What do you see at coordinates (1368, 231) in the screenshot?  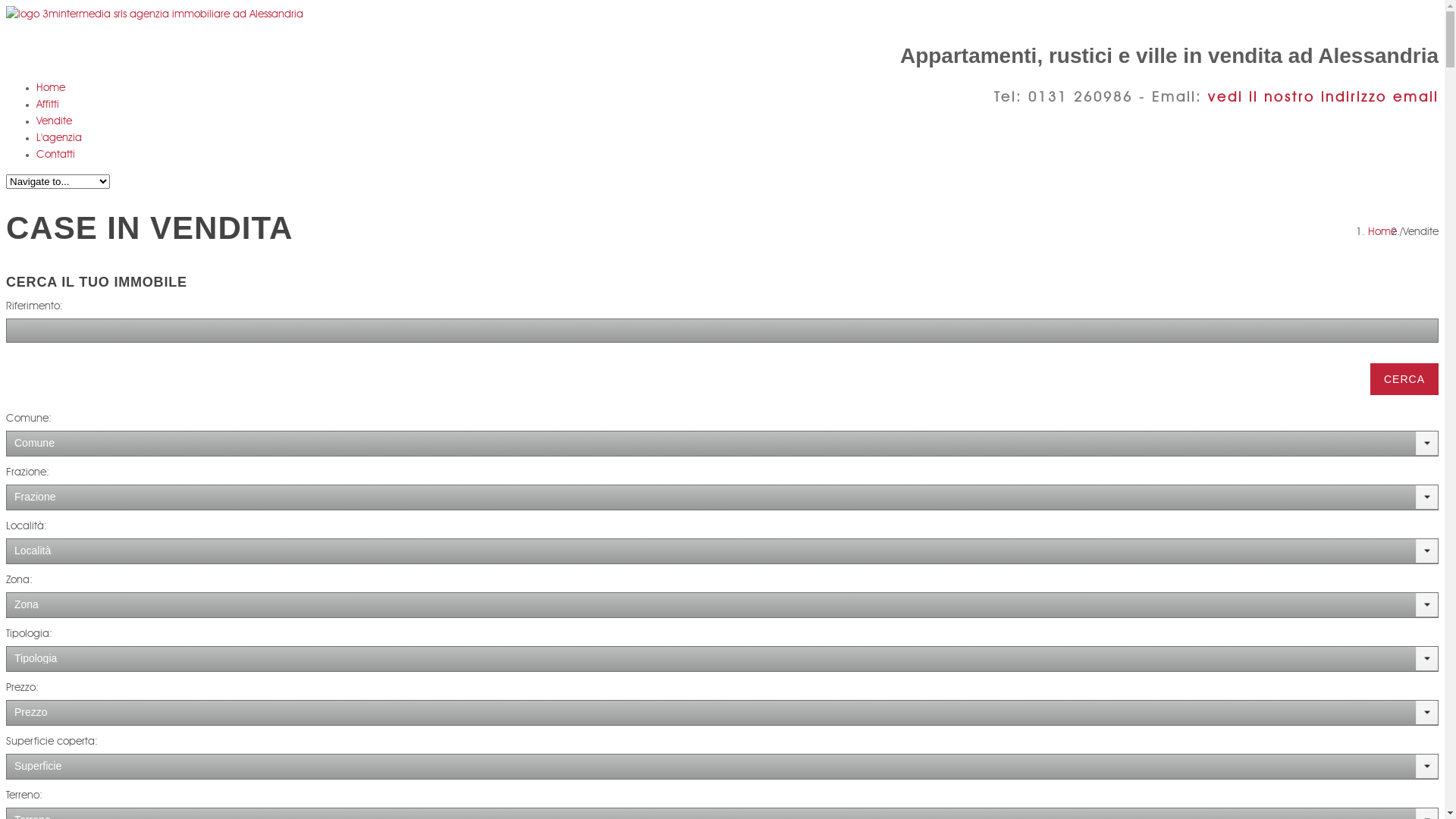 I see `'Home'` at bounding box center [1368, 231].